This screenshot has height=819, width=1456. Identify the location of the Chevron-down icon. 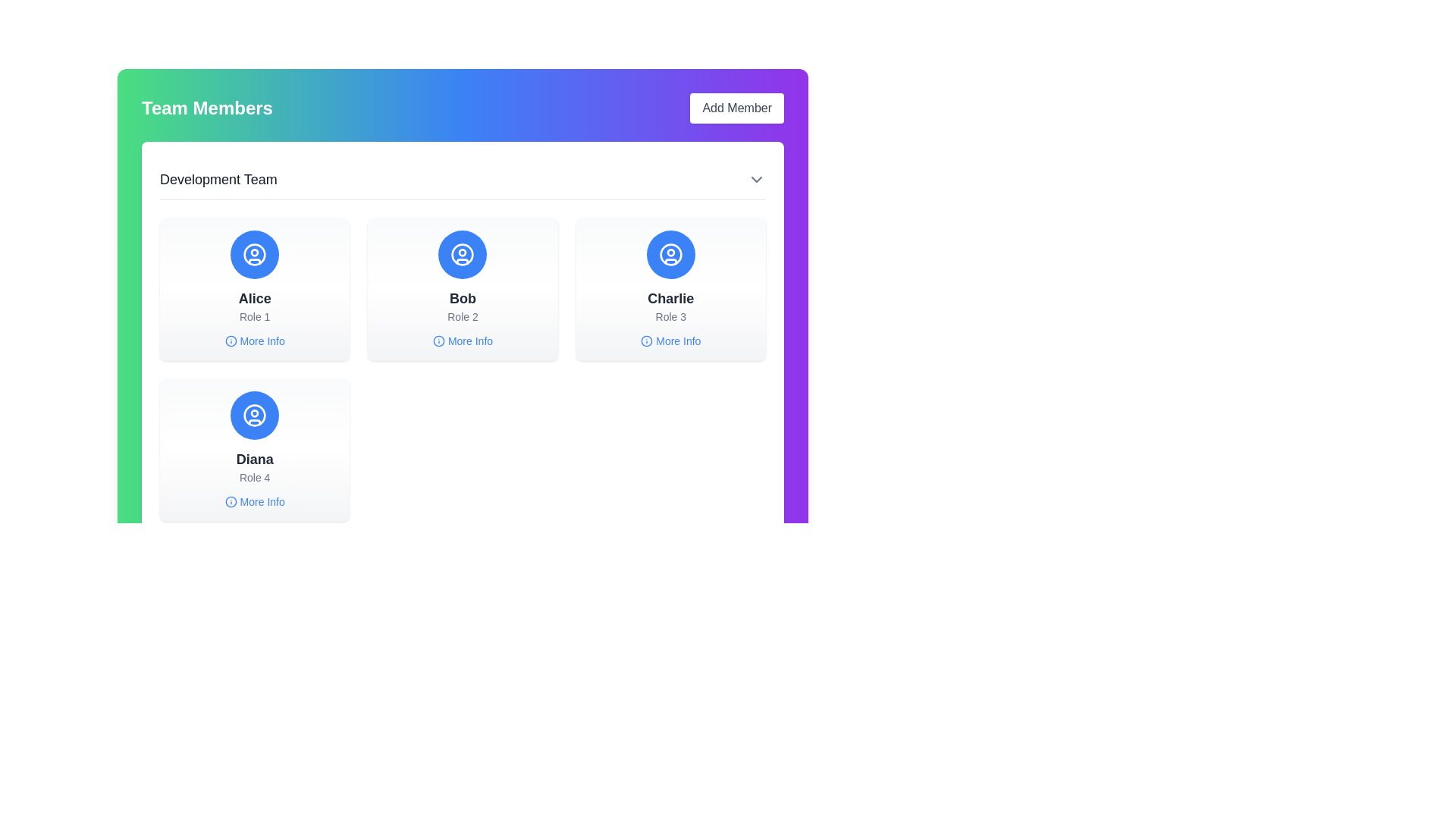
(757, 178).